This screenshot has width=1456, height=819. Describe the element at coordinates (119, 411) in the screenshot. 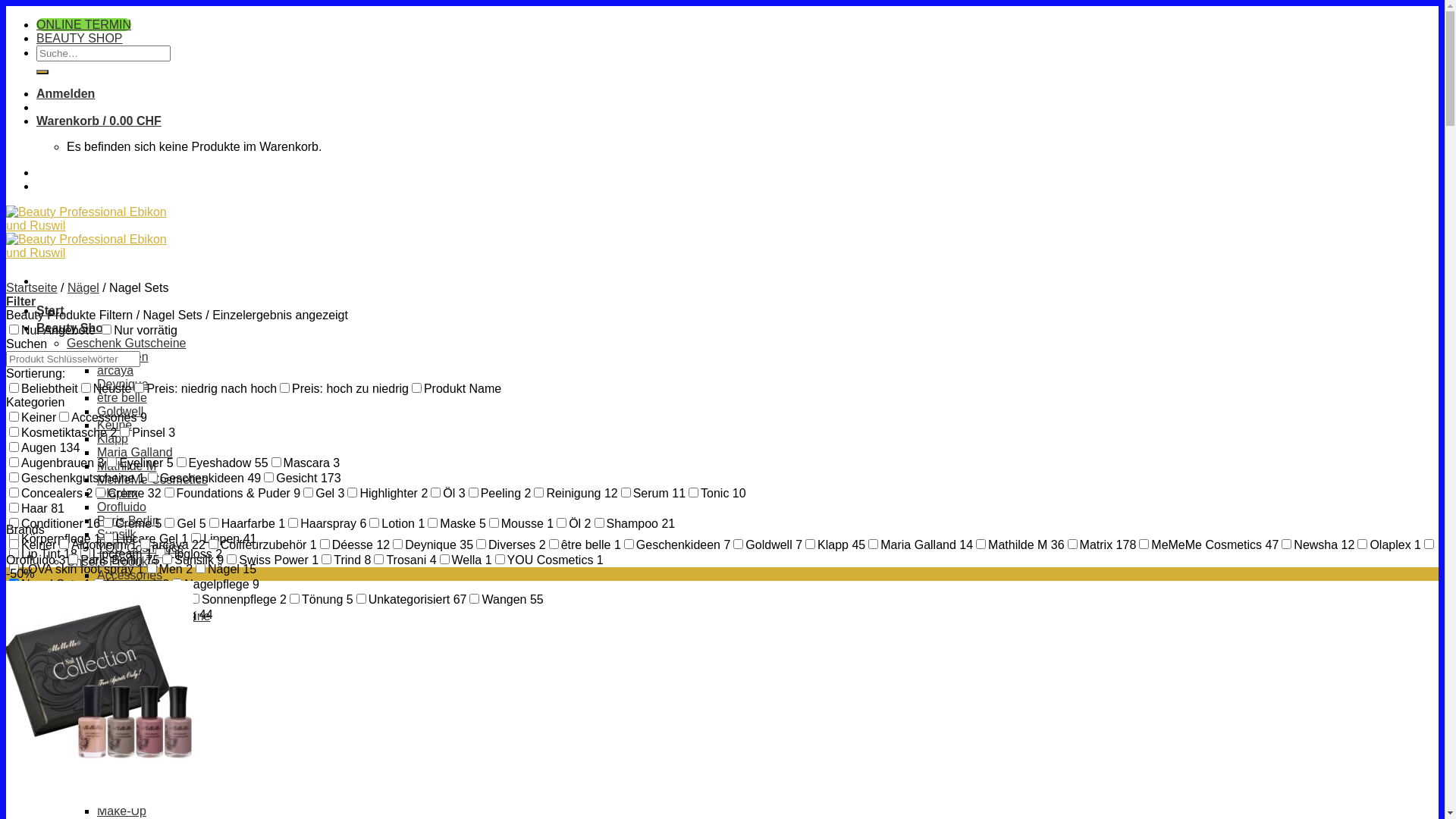

I see `'Goldwell'` at that location.